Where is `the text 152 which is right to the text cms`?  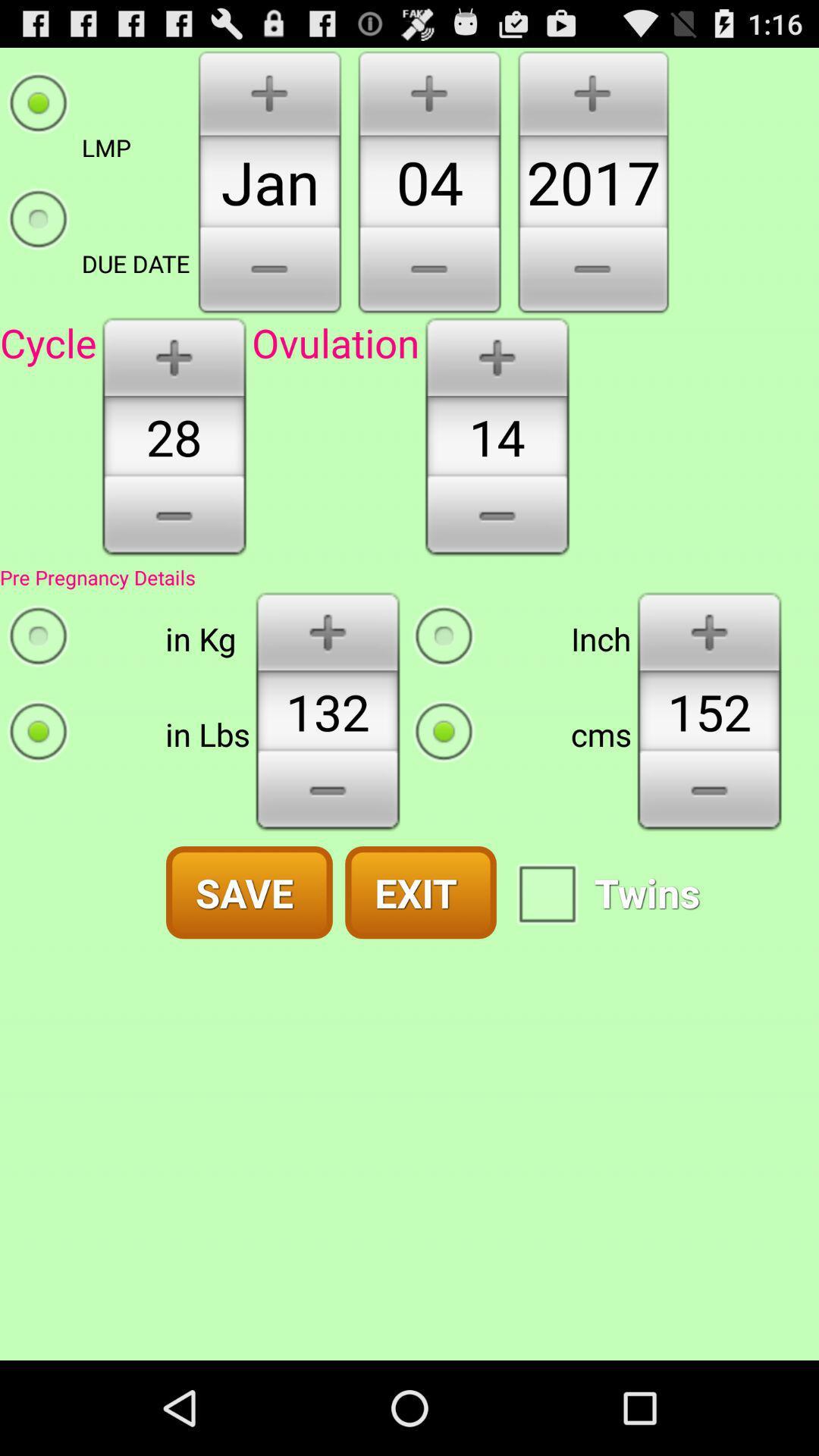
the text 152 which is right to the text cms is located at coordinates (709, 711).